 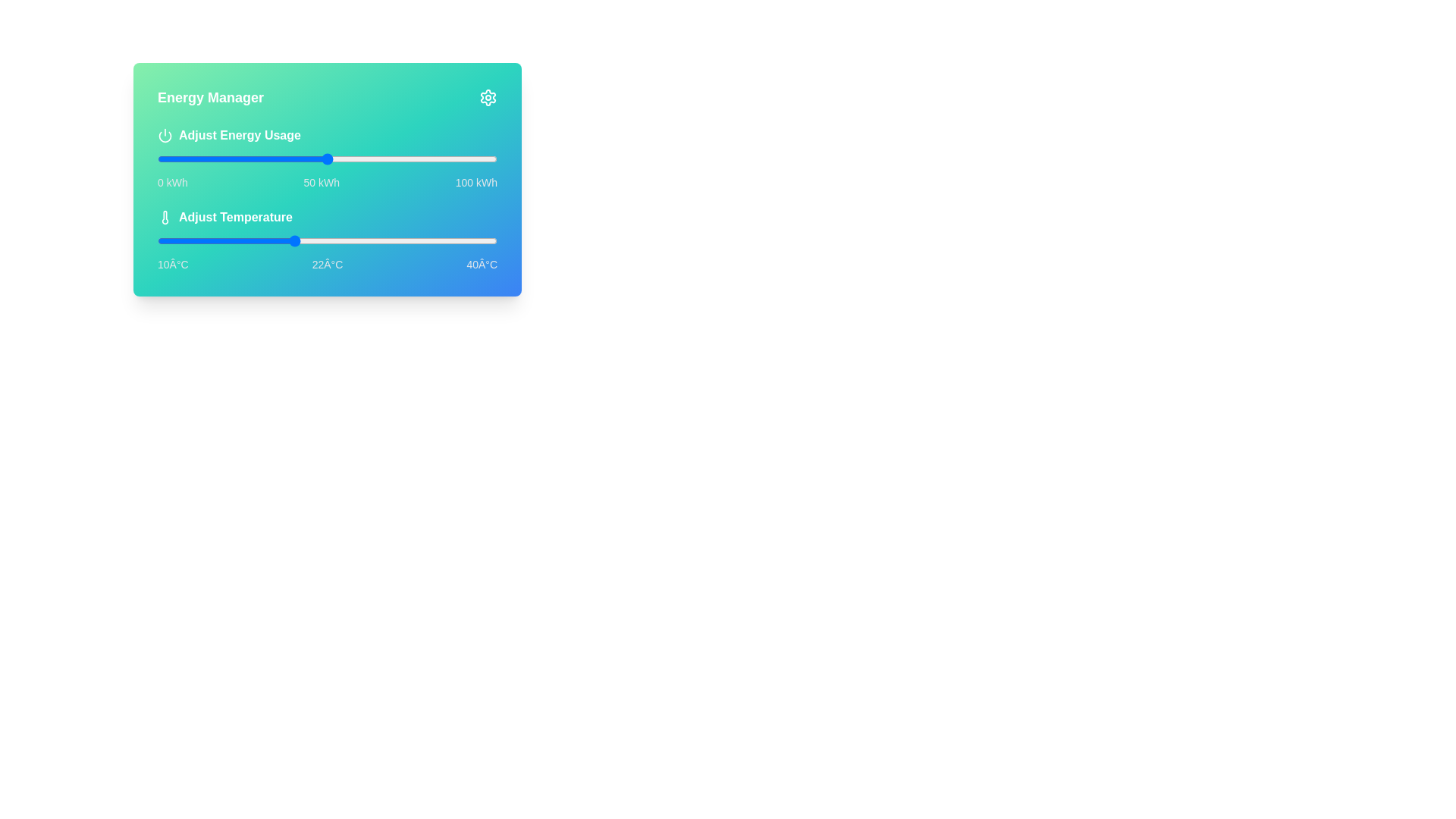 I want to click on the temperature to 12°C using the slider, so click(x=180, y=240).